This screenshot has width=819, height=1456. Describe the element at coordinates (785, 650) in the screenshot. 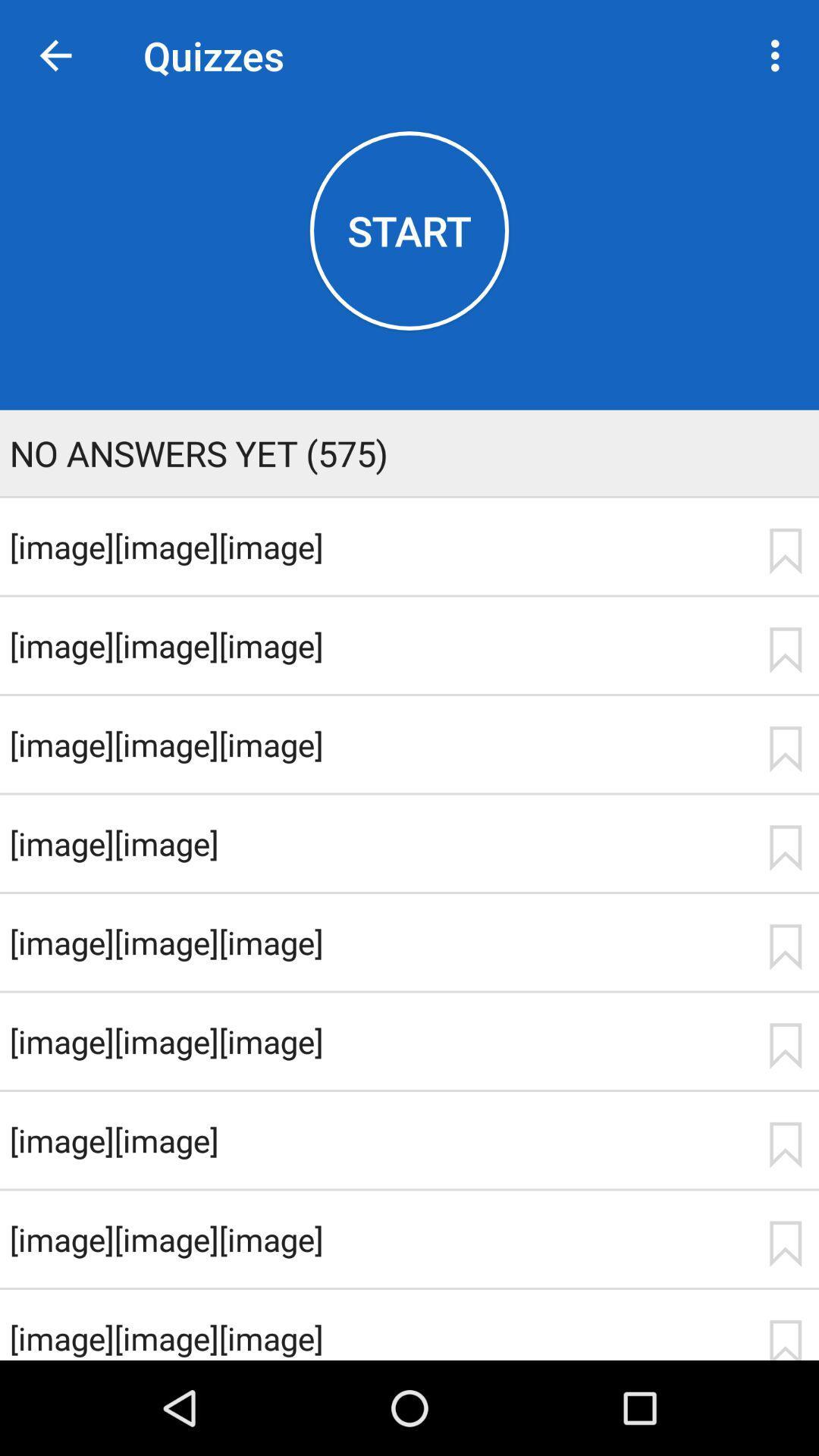

I see `bookmark item` at that location.